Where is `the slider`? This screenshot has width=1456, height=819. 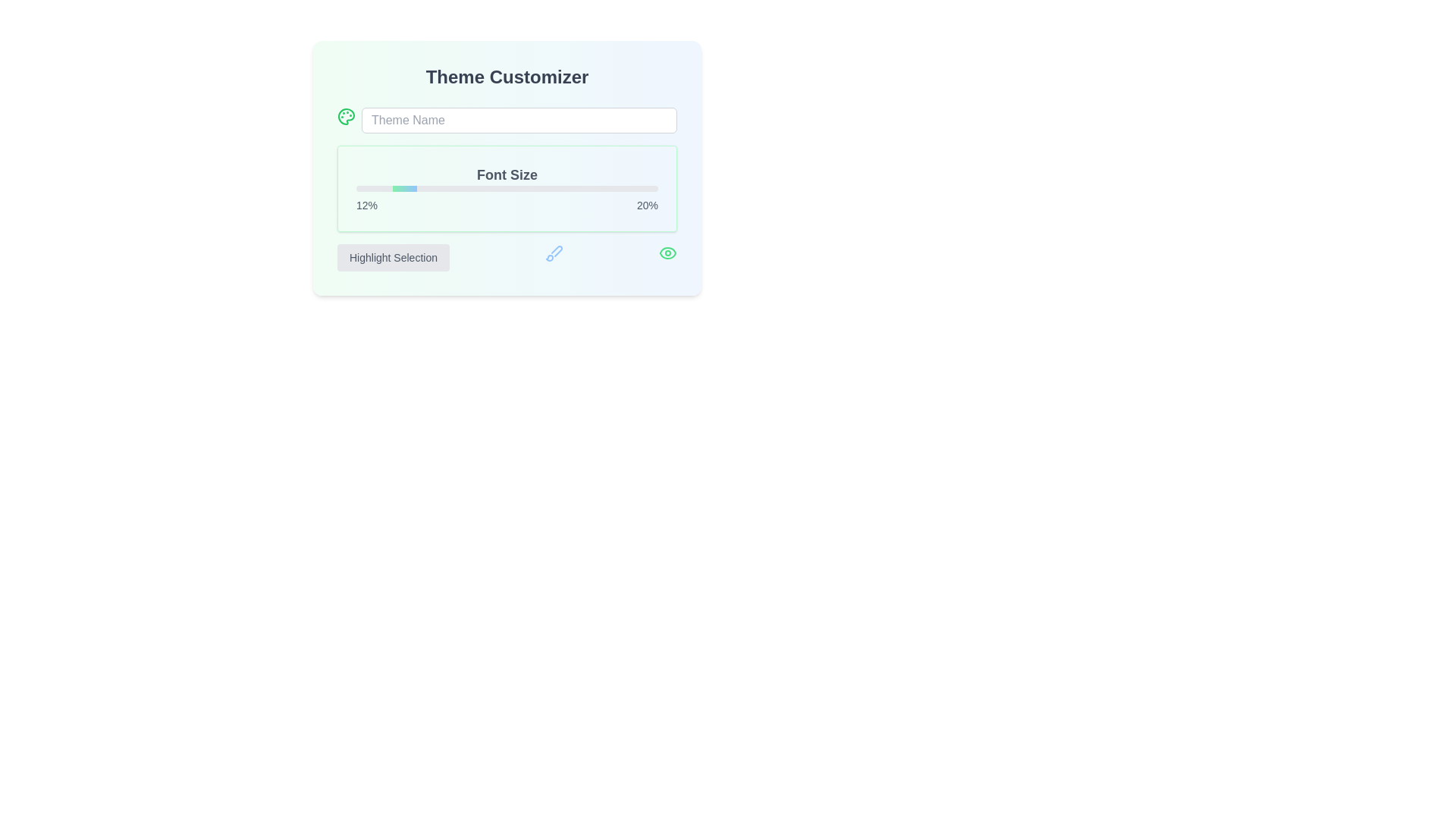
the slider is located at coordinates (619, 188).